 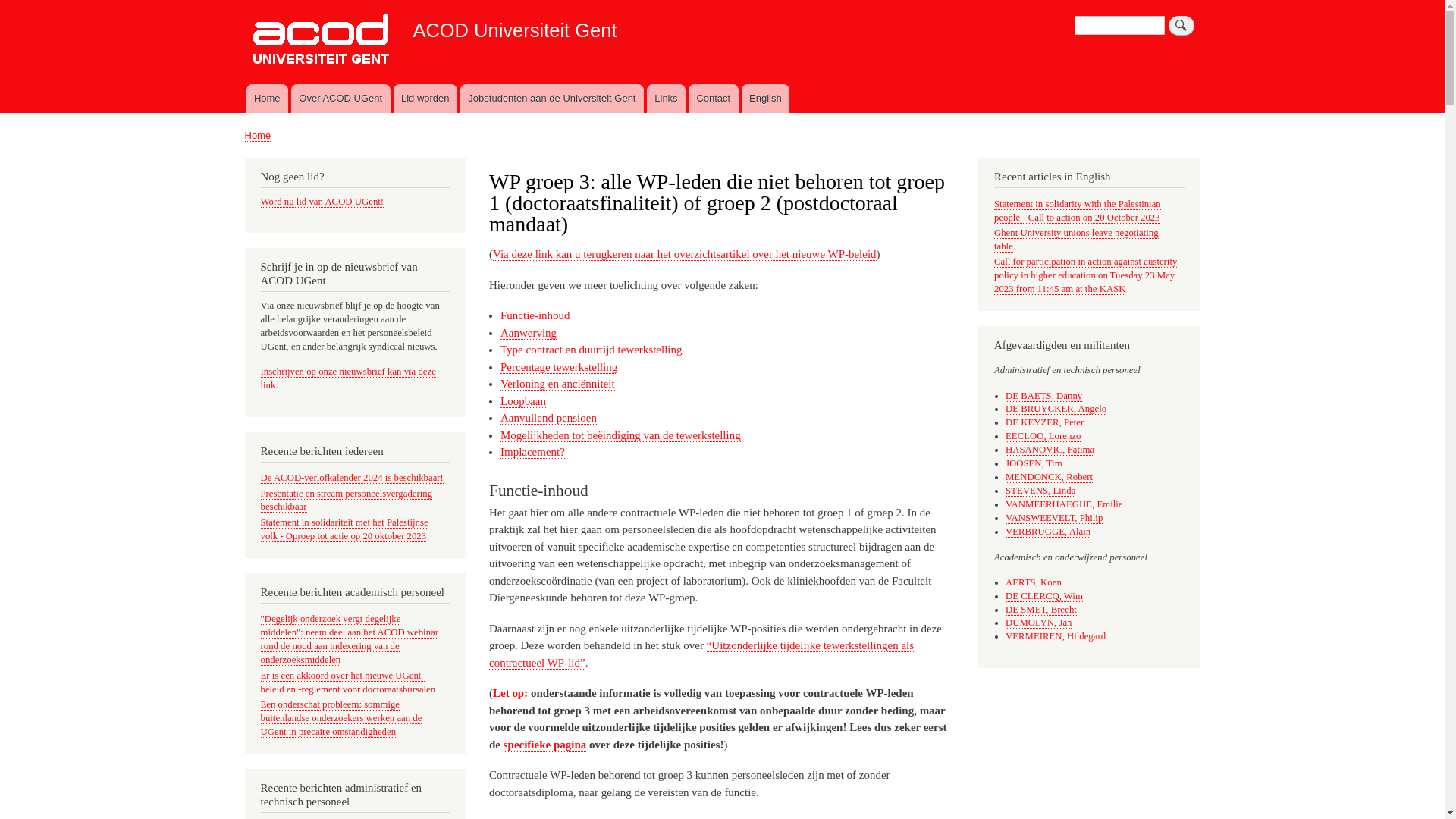 I want to click on 'Skip to main content', so click(x=721, y=2).